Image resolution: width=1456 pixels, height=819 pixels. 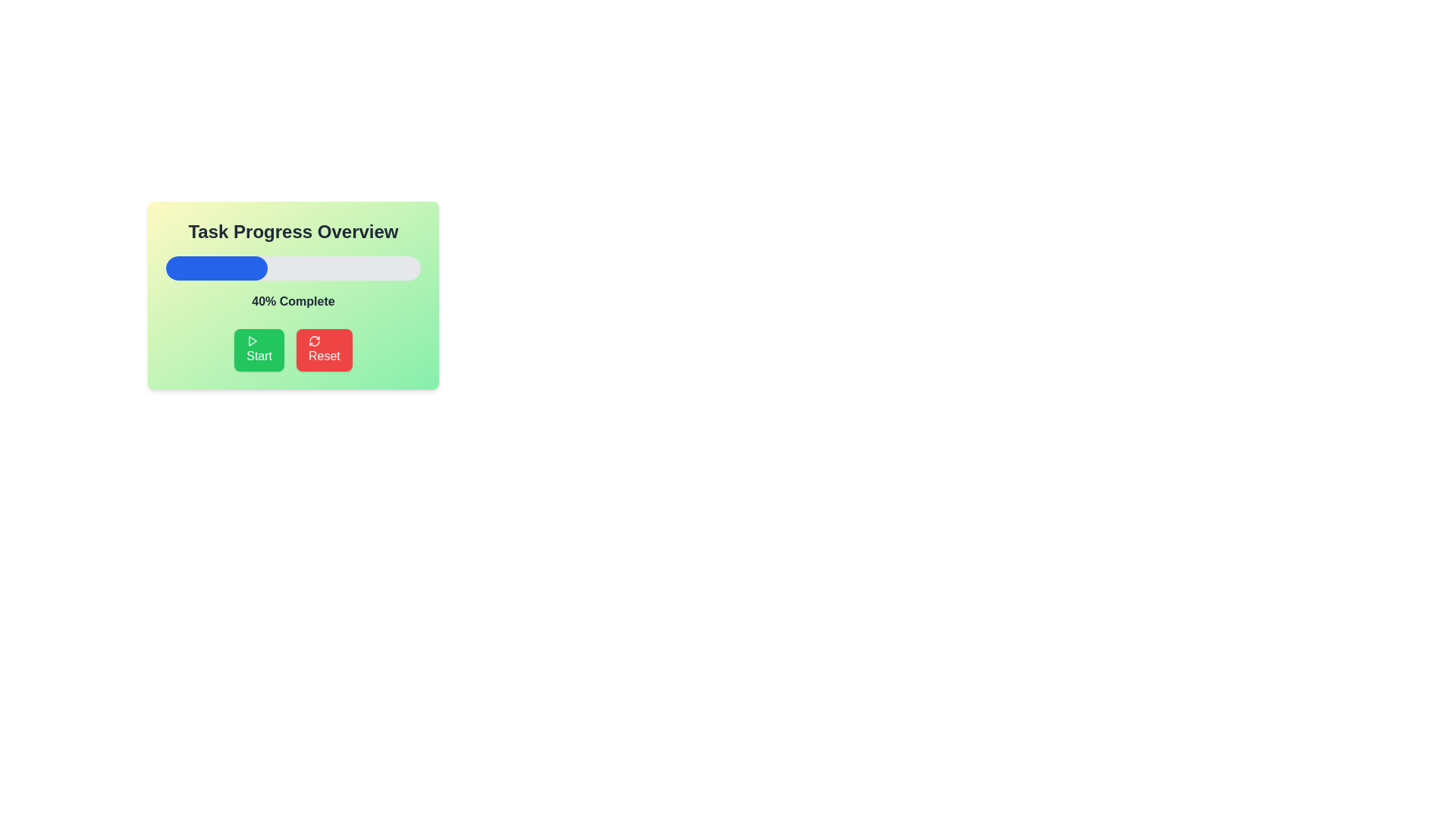 I want to click on the green 'Start' button with white text and a play icon on the left to initiate the process, so click(x=259, y=350).